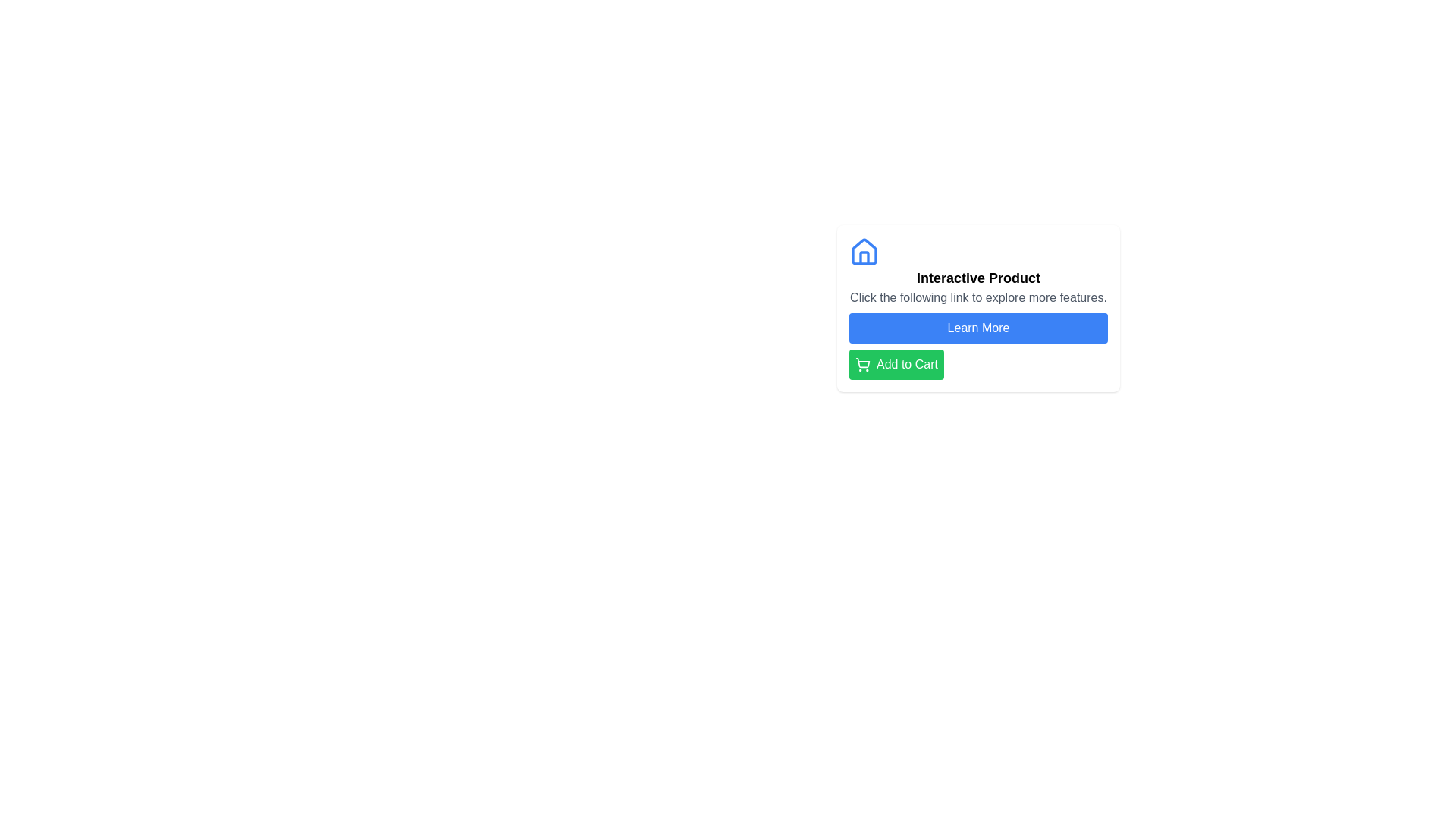 Image resolution: width=1456 pixels, height=819 pixels. What do you see at coordinates (862, 365) in the screenshot?
I see `the small shopping cart icon with a wireframe design on a green background` at bounding box center [862, 365].